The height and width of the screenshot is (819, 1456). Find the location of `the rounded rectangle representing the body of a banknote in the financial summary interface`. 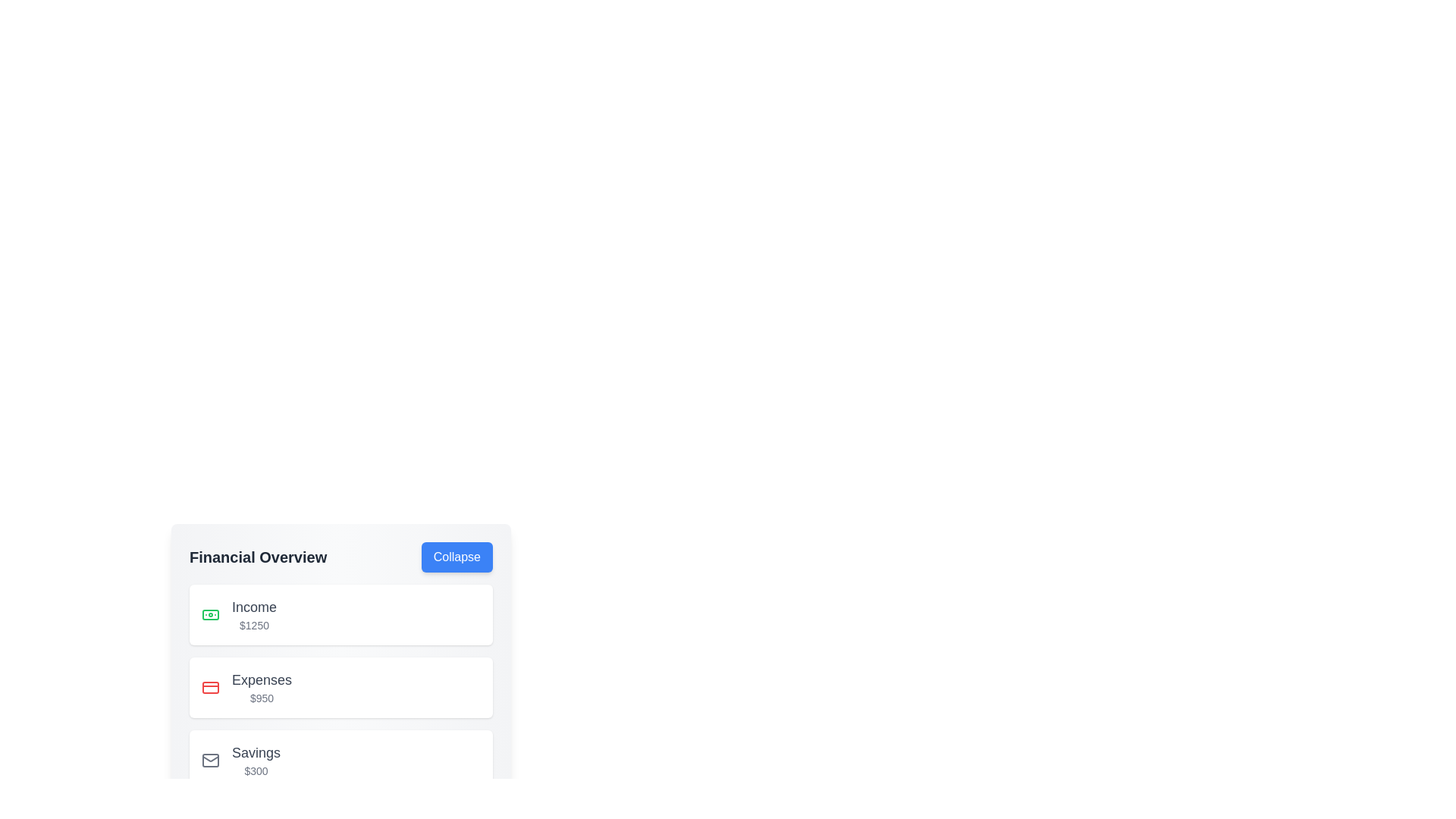

the rounded rectangle representing the body of a banknote in the financial summary interface is located at coordinates (210, 614).